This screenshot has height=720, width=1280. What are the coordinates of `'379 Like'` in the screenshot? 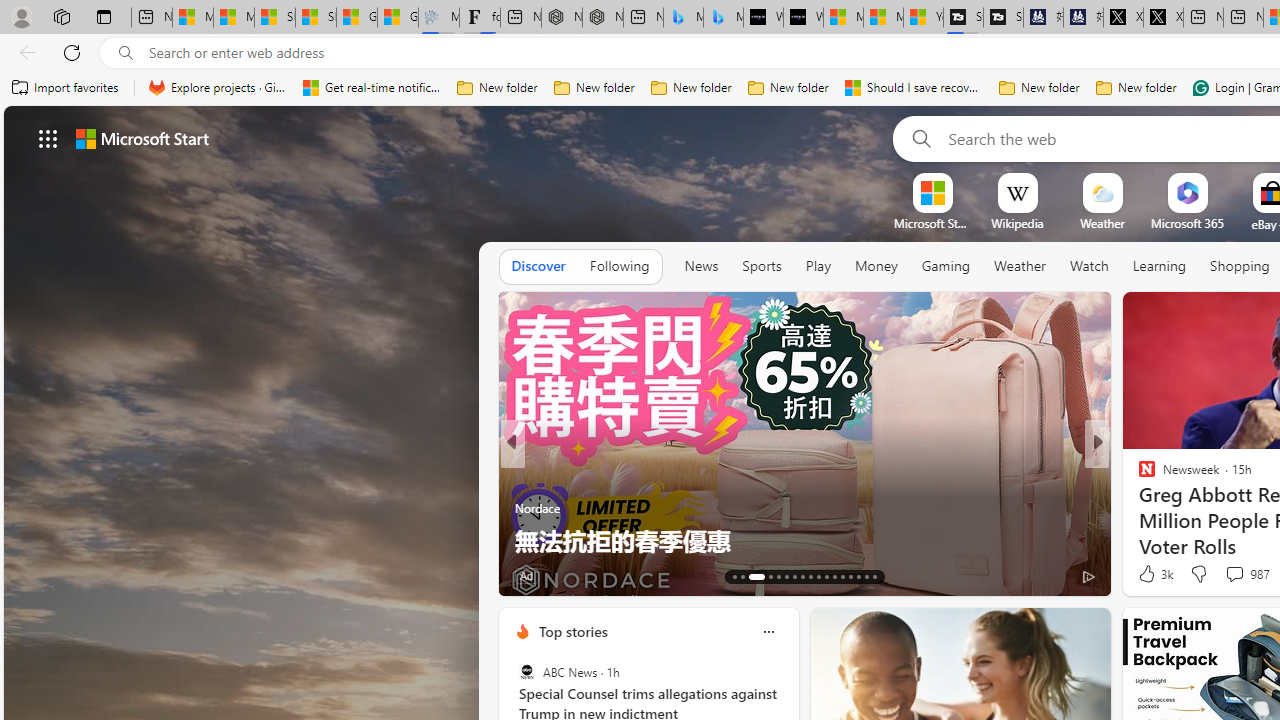 It's located at (1152, 575).